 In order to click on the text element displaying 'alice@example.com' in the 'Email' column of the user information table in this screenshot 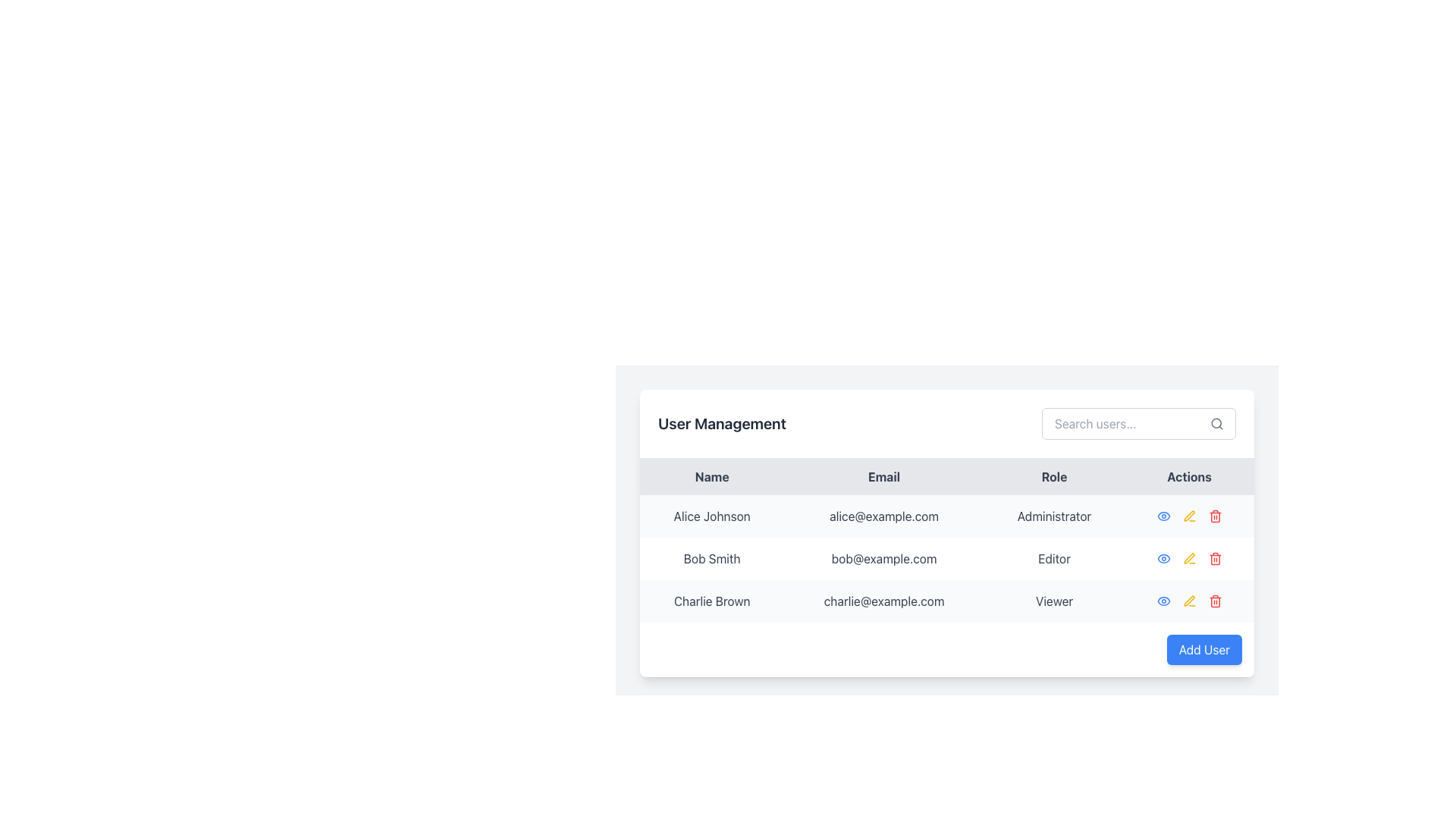, I will do `click(884, 516)`.